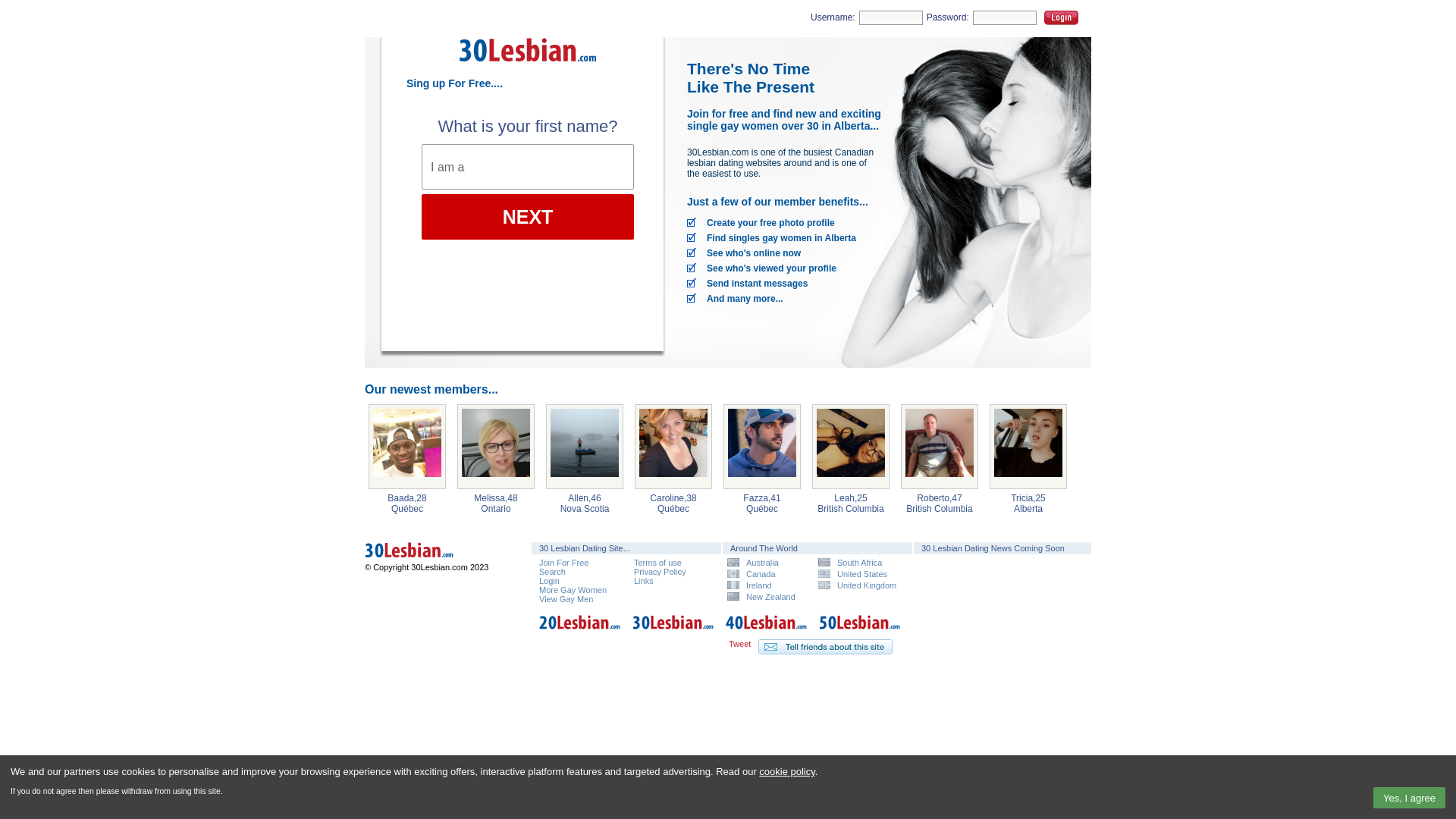 Image resolution: width=1456 pixels, height=819 pixels. What do you see at coordinates (1408, 797) in the screenshot?
I see `'Yes, I agree'` at bounding box center [1408, 797].